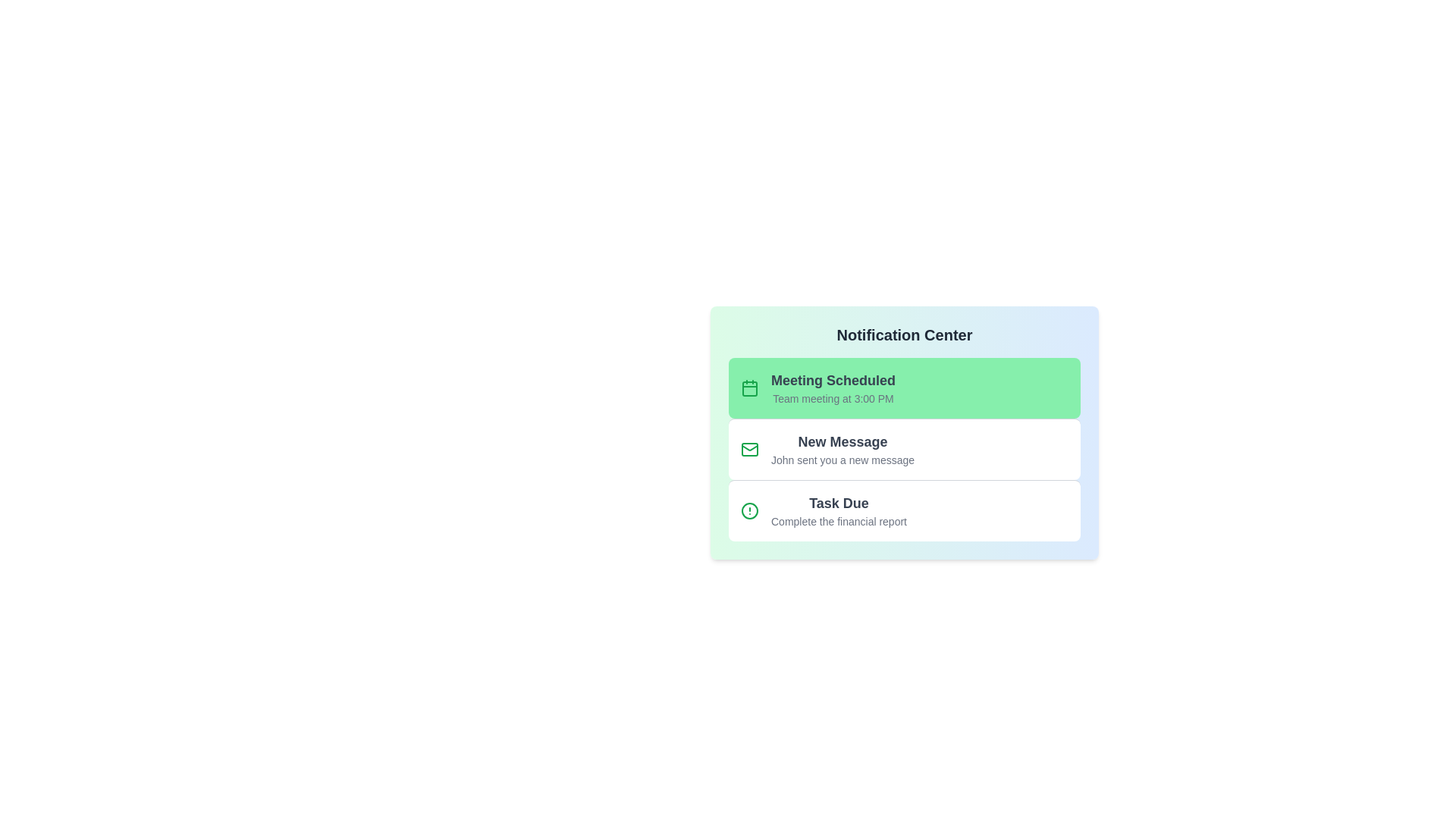  Describe the element at coordinates (905, 388) in the screenshot. I see `the notification item Meeting Scheduled to observe its hover effect` at that location.